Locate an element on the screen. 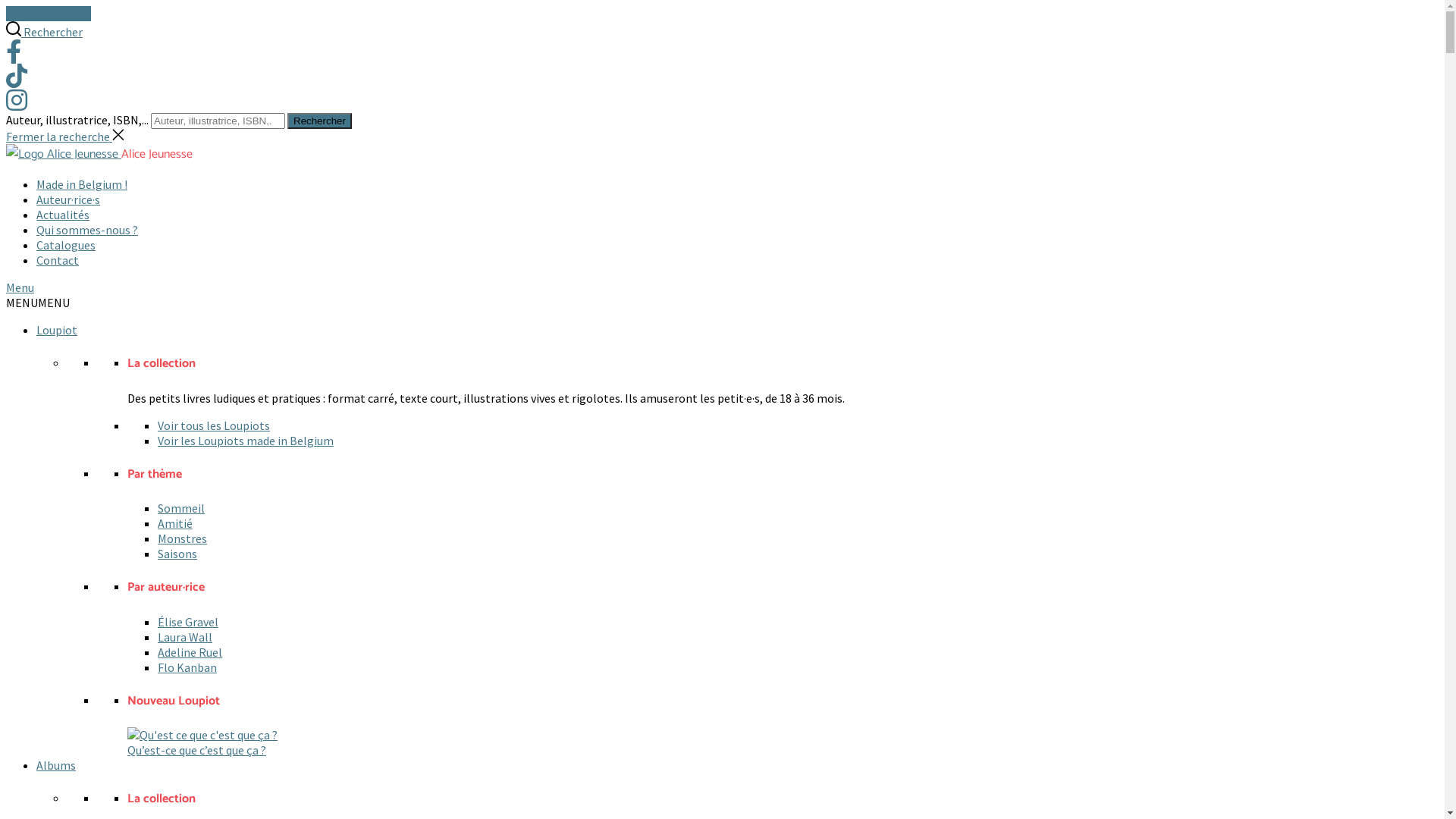 The width and height of the screenshot is (1456, 819). 'Albums' is located at coordinates (55, 765).